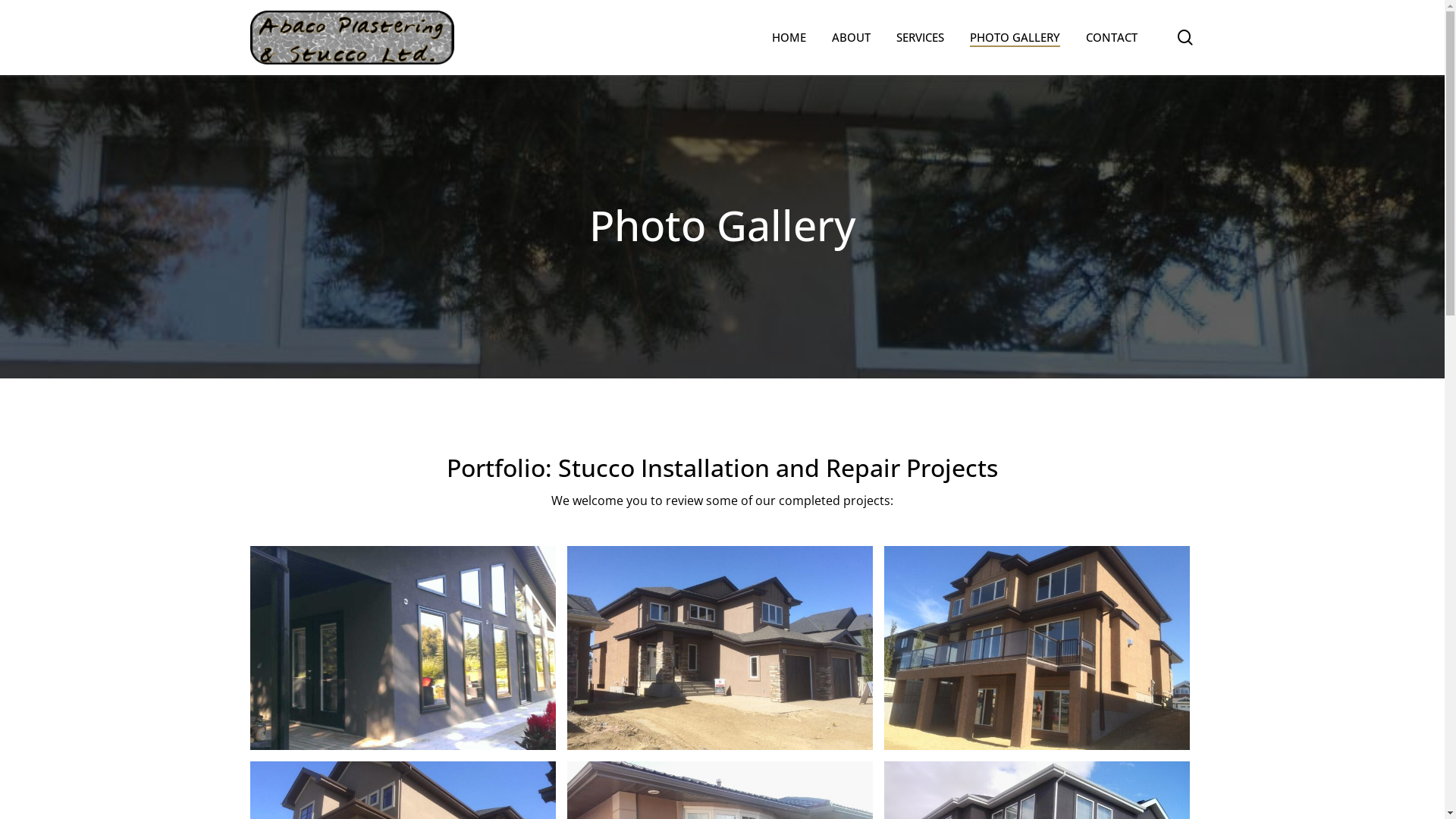  What do you see at coordinates (1111, 36) in the screenshot?
I see `'CONTACT'` at bounding box center [1111, 36].